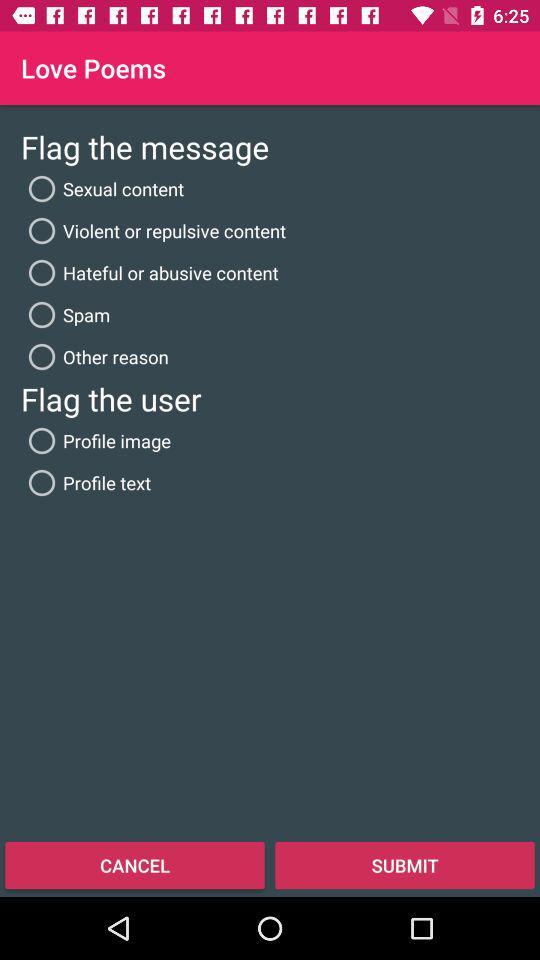 Image resolution: width=540 pixels, height=960 pixels. What do you see at coordinates (95, 441) in the screenshot?
I see `icon below flag the user item` at bounding box center [95, 441].